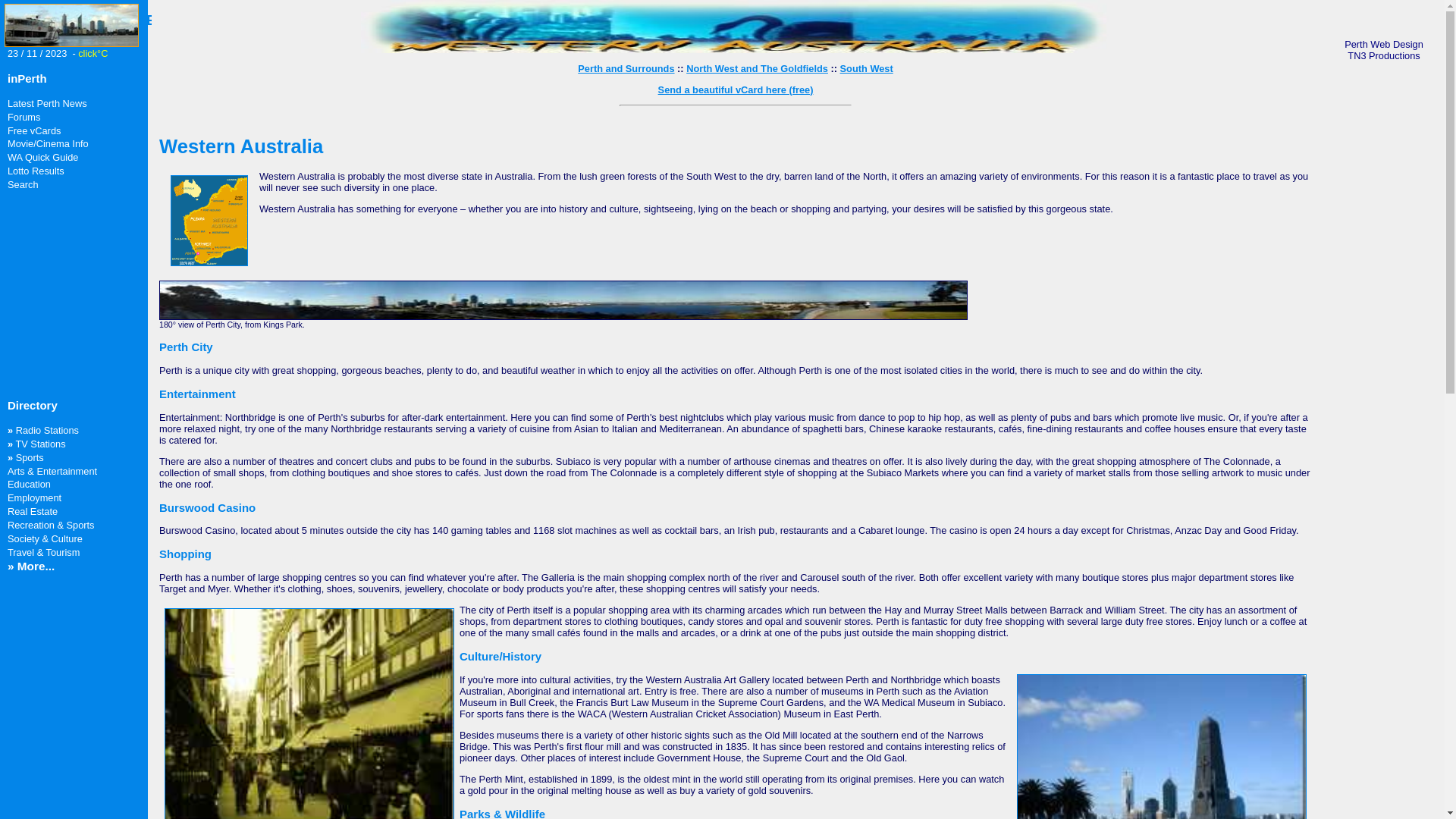 Image resolution: width=1456 pixels, height=819 pixels. What do you see at coordinates (757, 68) in the screenshot?
I see `'North West and The Goldfields'` at bounding box center [757, 68].